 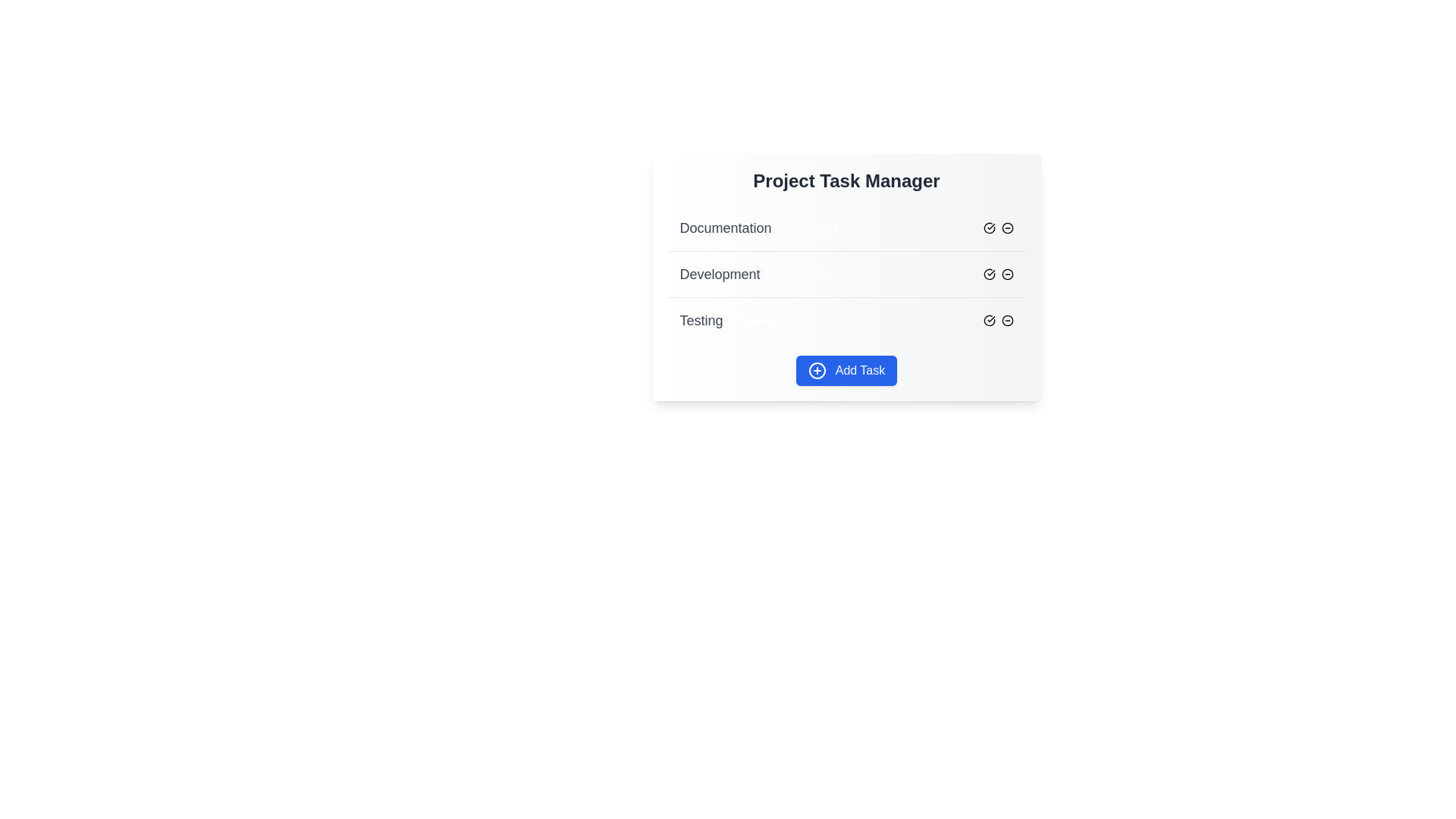 What do you see at coordinates (816, 371) in the screenshot?
I see `the interactive area of the blue button labeled 'Add Task', specifically targeting the outer circular stroke of the SVG icon` at bounding box center [816, 371].